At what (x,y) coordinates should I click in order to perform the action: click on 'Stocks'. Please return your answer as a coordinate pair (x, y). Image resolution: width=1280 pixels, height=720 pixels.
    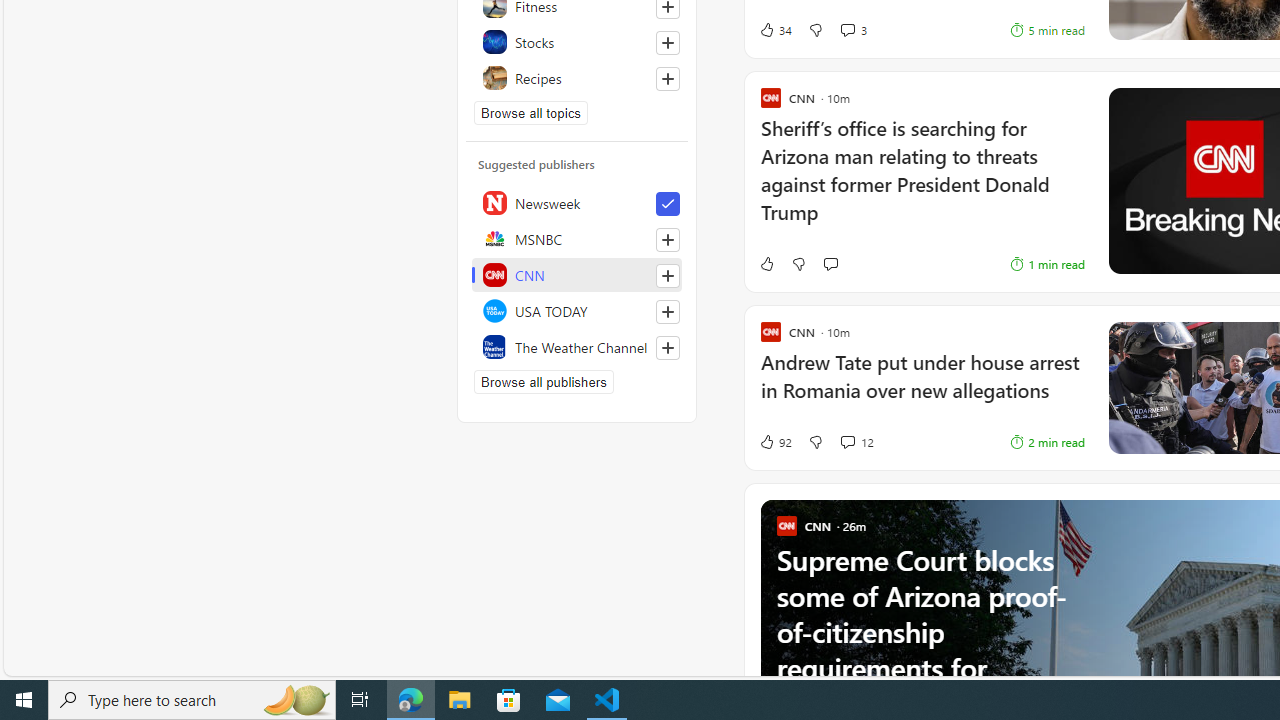
    Looking at the image, I should click on (576, 42).